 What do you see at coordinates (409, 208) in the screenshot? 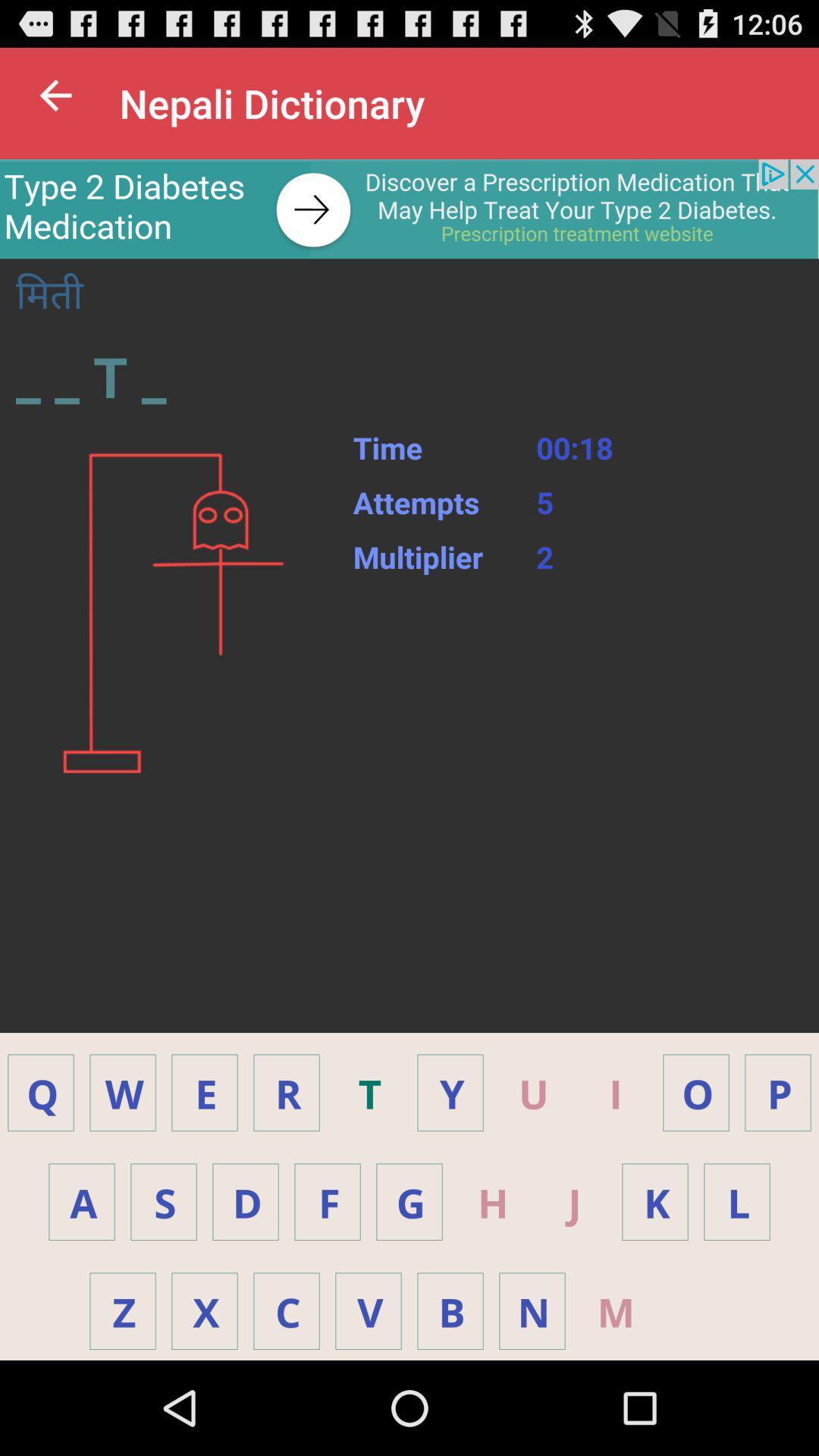
I see `sponsored content` at bounding box center [409, 208].